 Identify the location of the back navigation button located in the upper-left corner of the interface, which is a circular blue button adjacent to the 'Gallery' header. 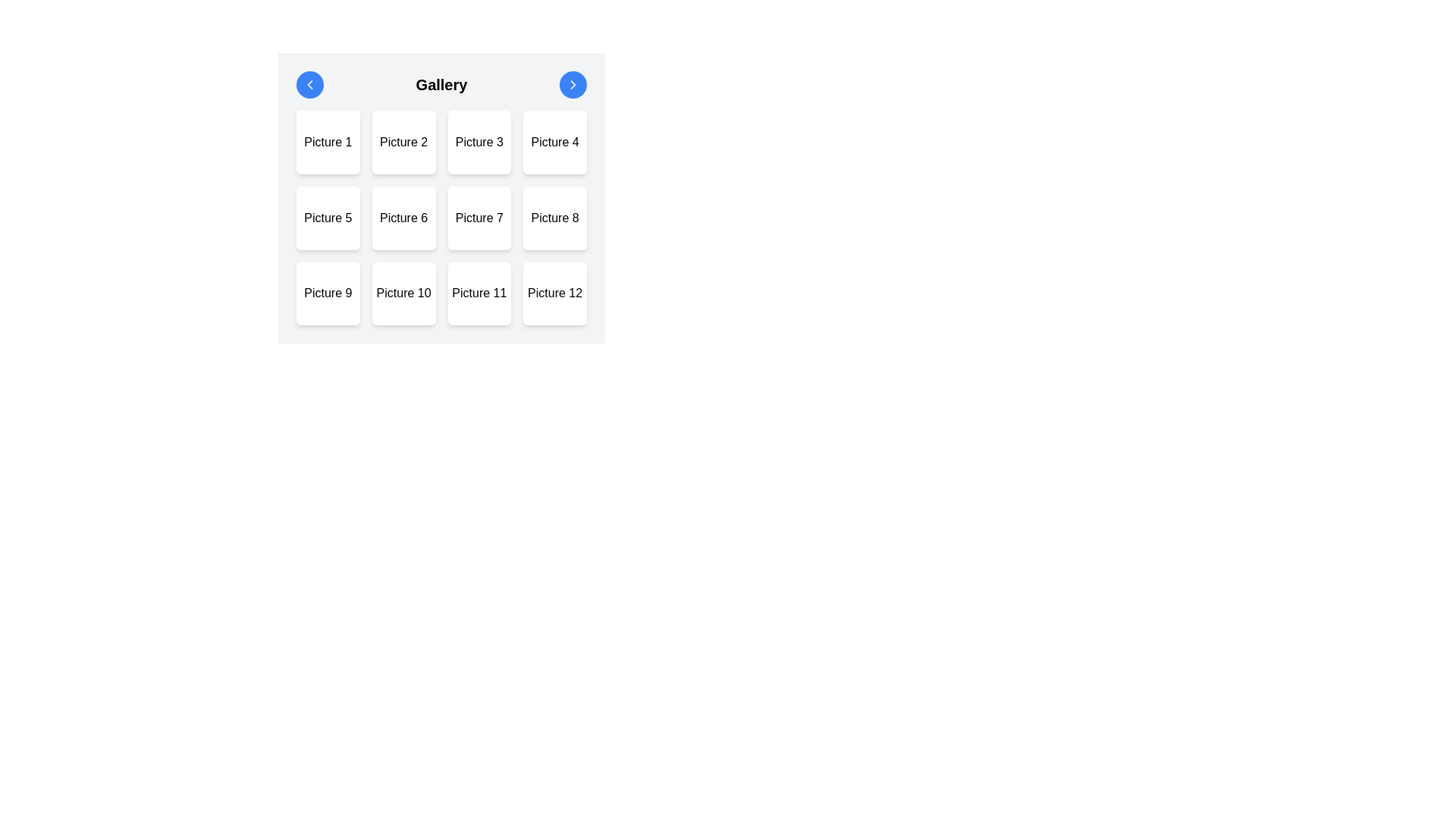
(309, 84).